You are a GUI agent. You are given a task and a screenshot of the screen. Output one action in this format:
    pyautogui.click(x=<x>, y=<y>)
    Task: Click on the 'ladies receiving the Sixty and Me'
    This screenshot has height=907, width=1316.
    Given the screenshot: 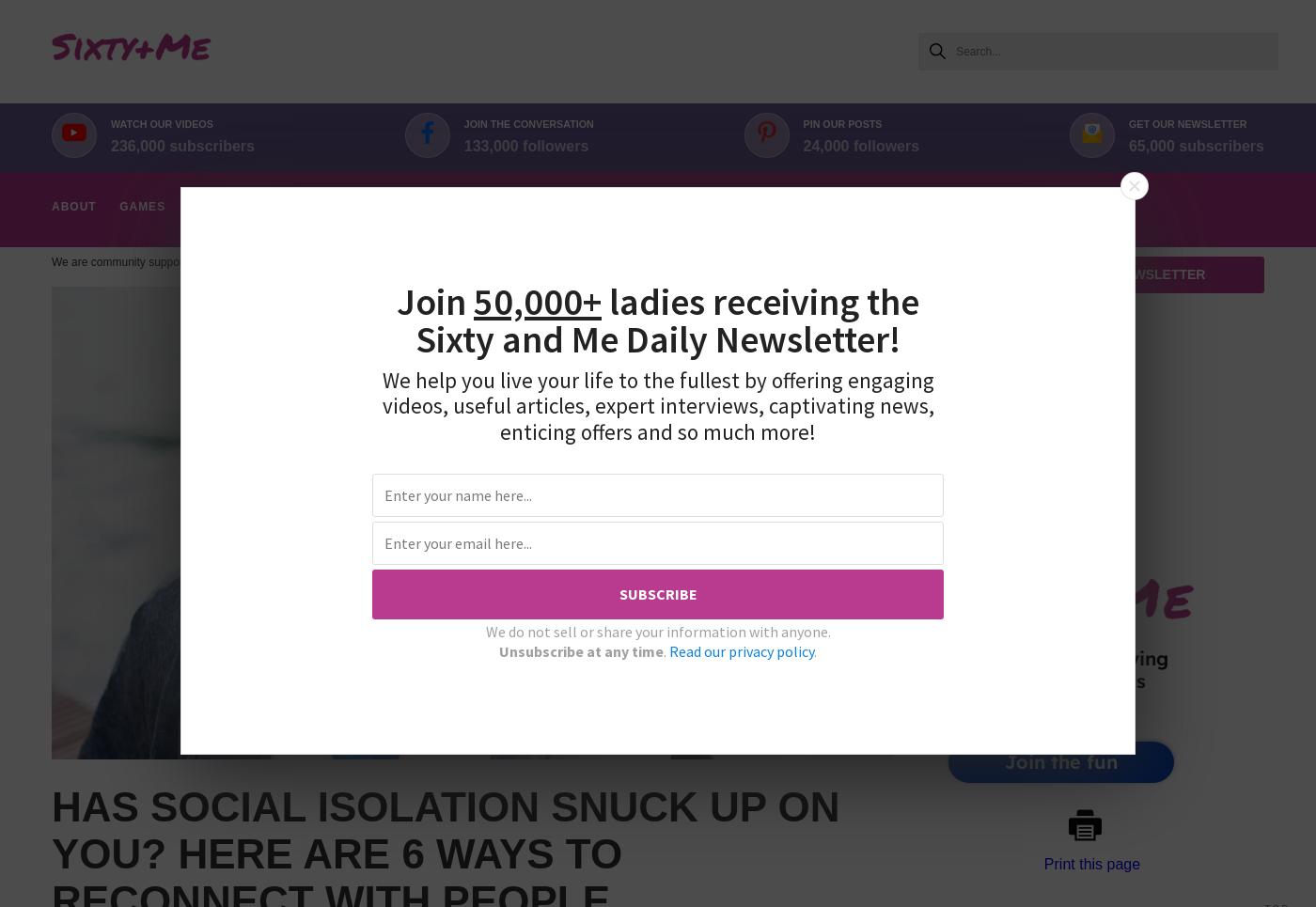 What is the action you would take?
    pyautogui.click(x=666, y=319)
    